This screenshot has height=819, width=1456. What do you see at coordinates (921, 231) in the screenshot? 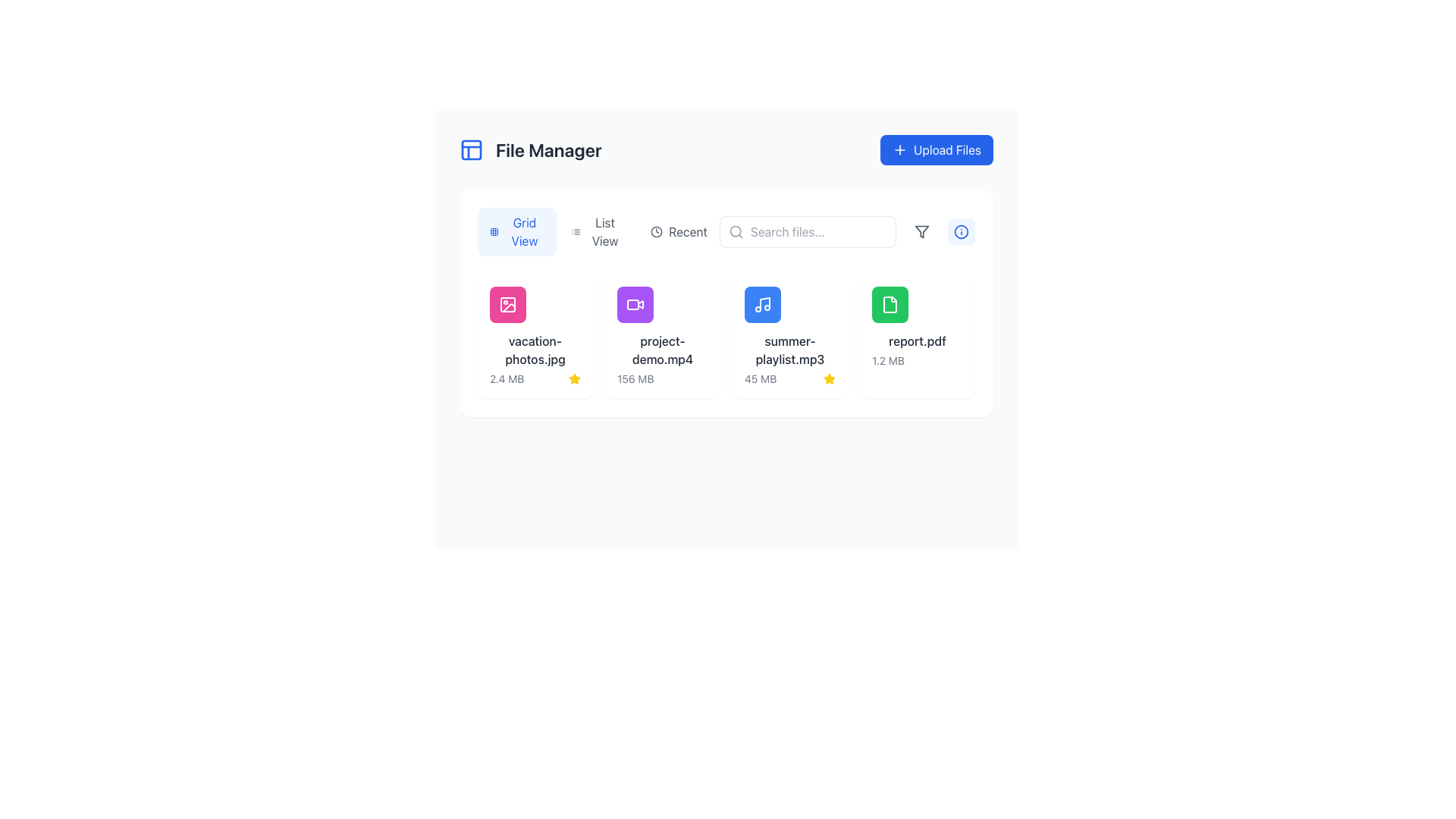
I see `the filter icon located in the toolbar at the top of the interface` at bounding box center [921, 231].